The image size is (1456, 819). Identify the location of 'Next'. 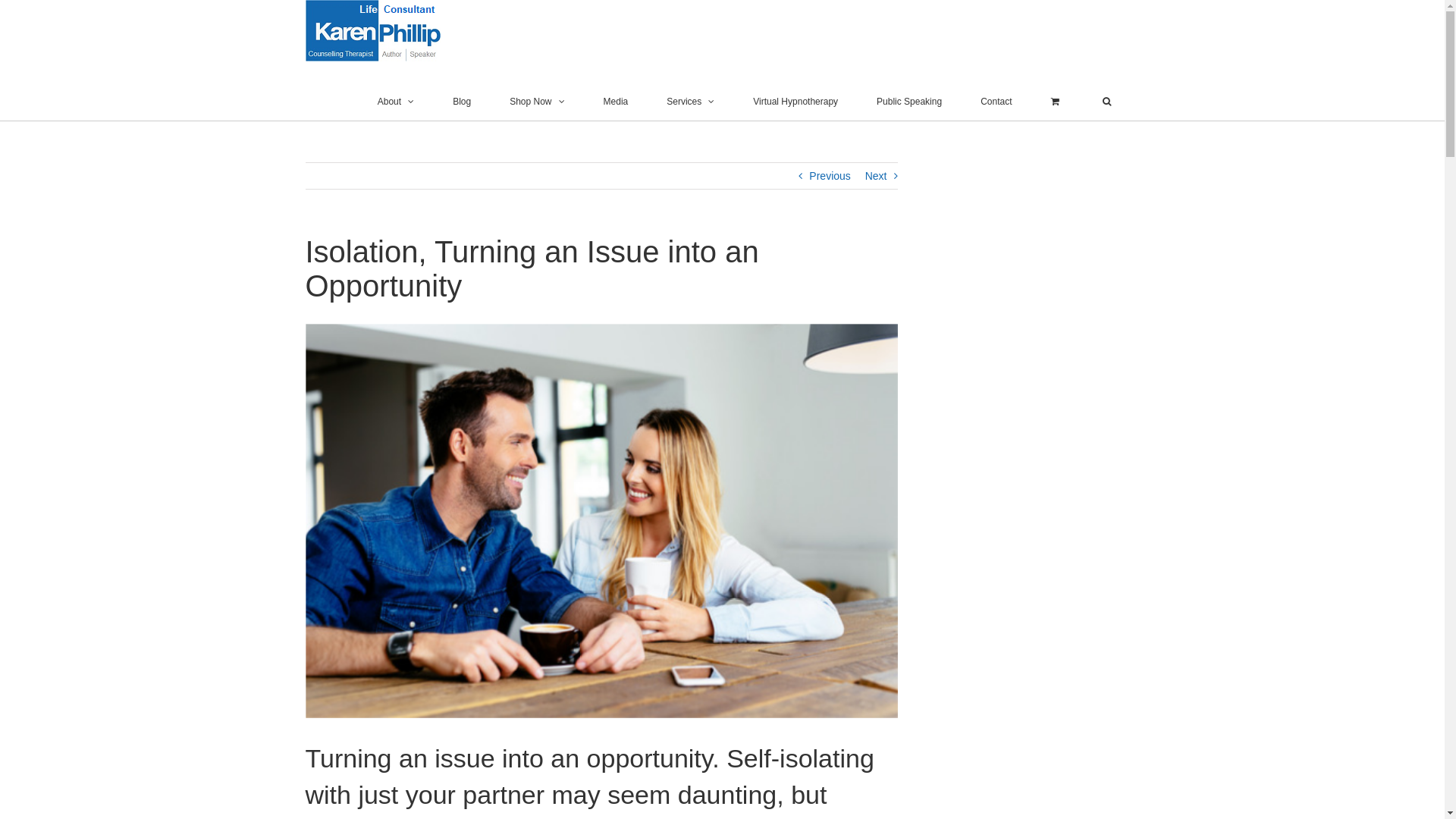
(876, 174).